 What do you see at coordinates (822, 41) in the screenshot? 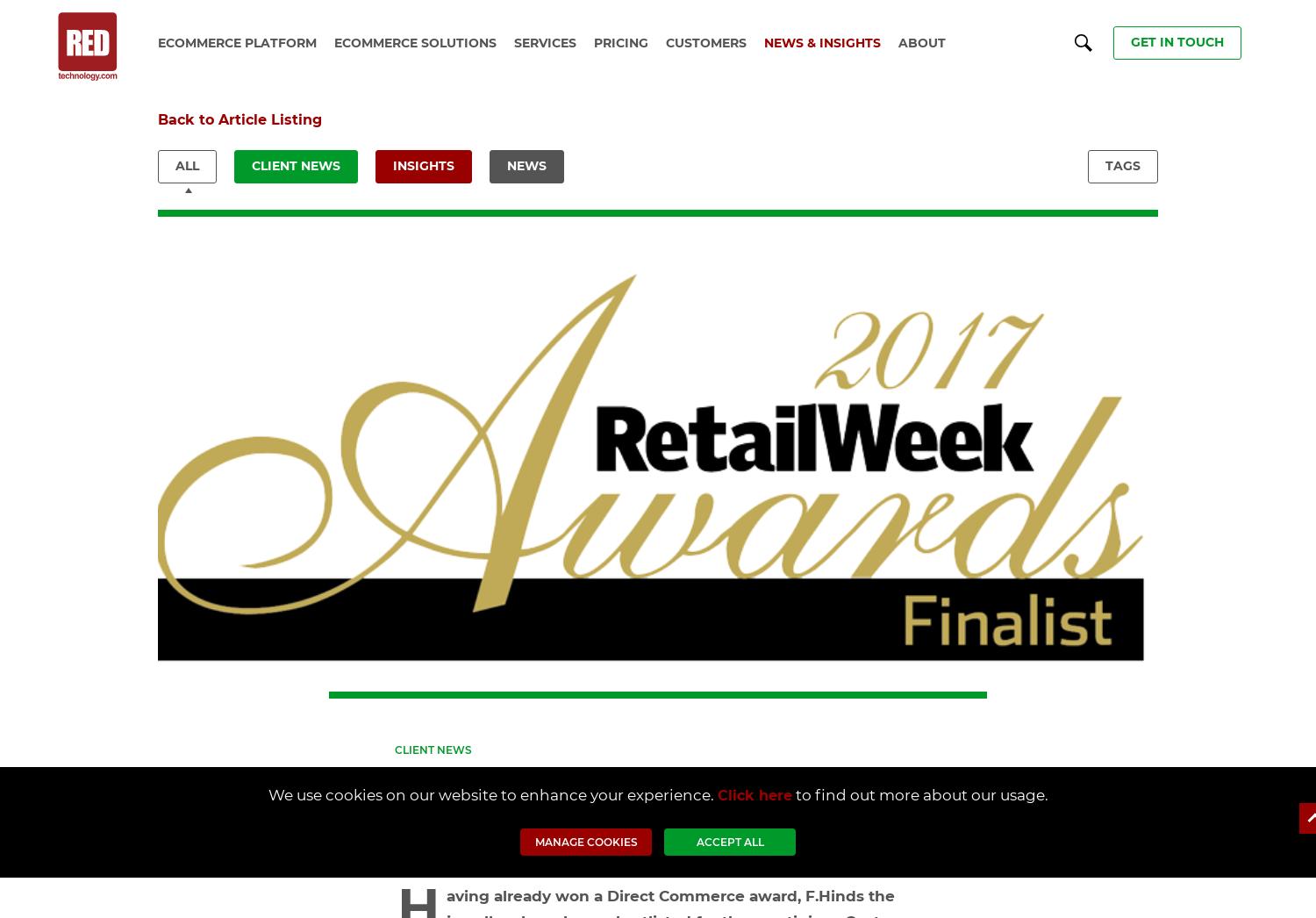
I see `'News & Insights'` at bounding box center [822, 41].